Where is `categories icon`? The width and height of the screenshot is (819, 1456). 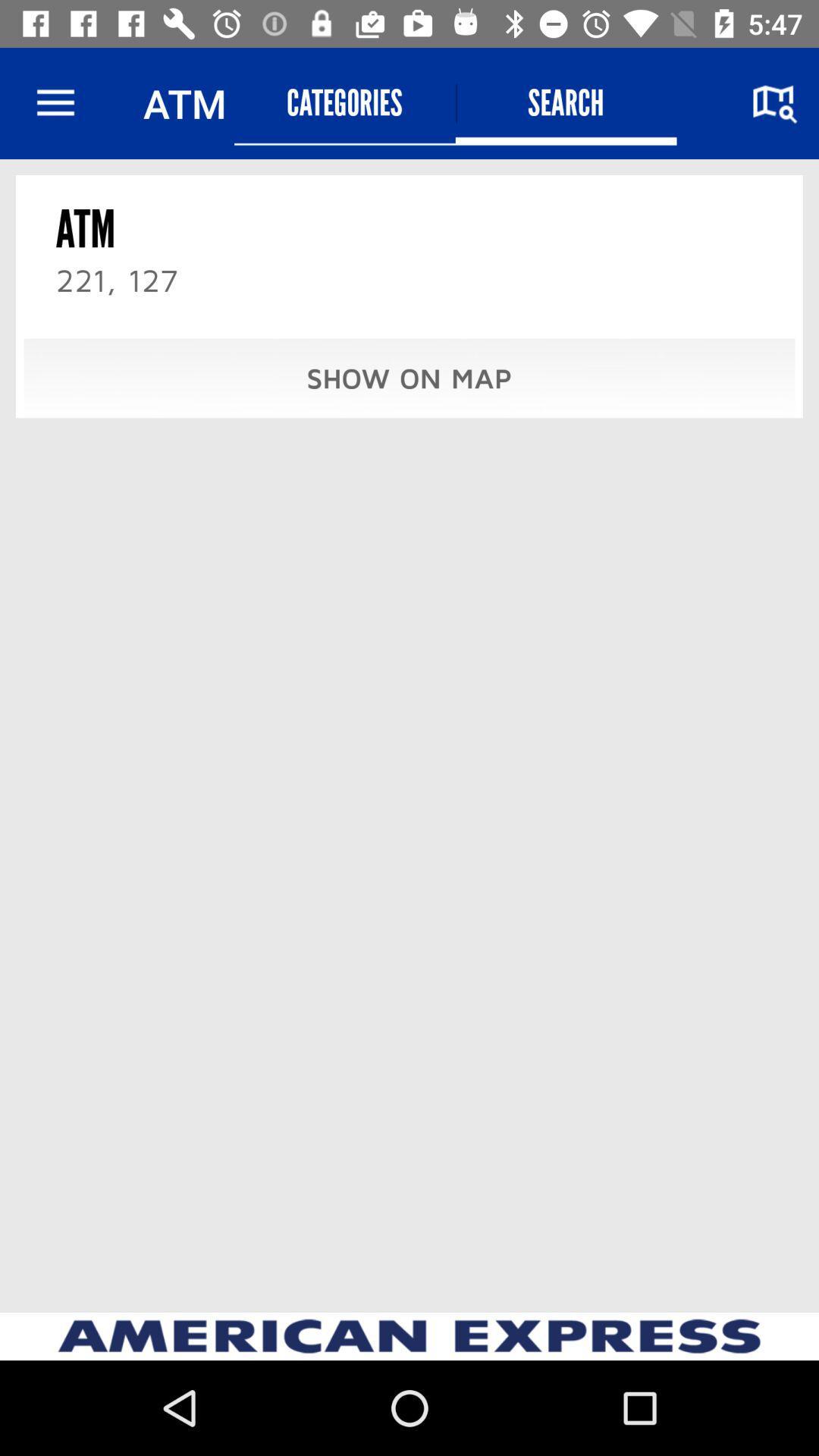 categories icon is located at coordinates (344, 102).